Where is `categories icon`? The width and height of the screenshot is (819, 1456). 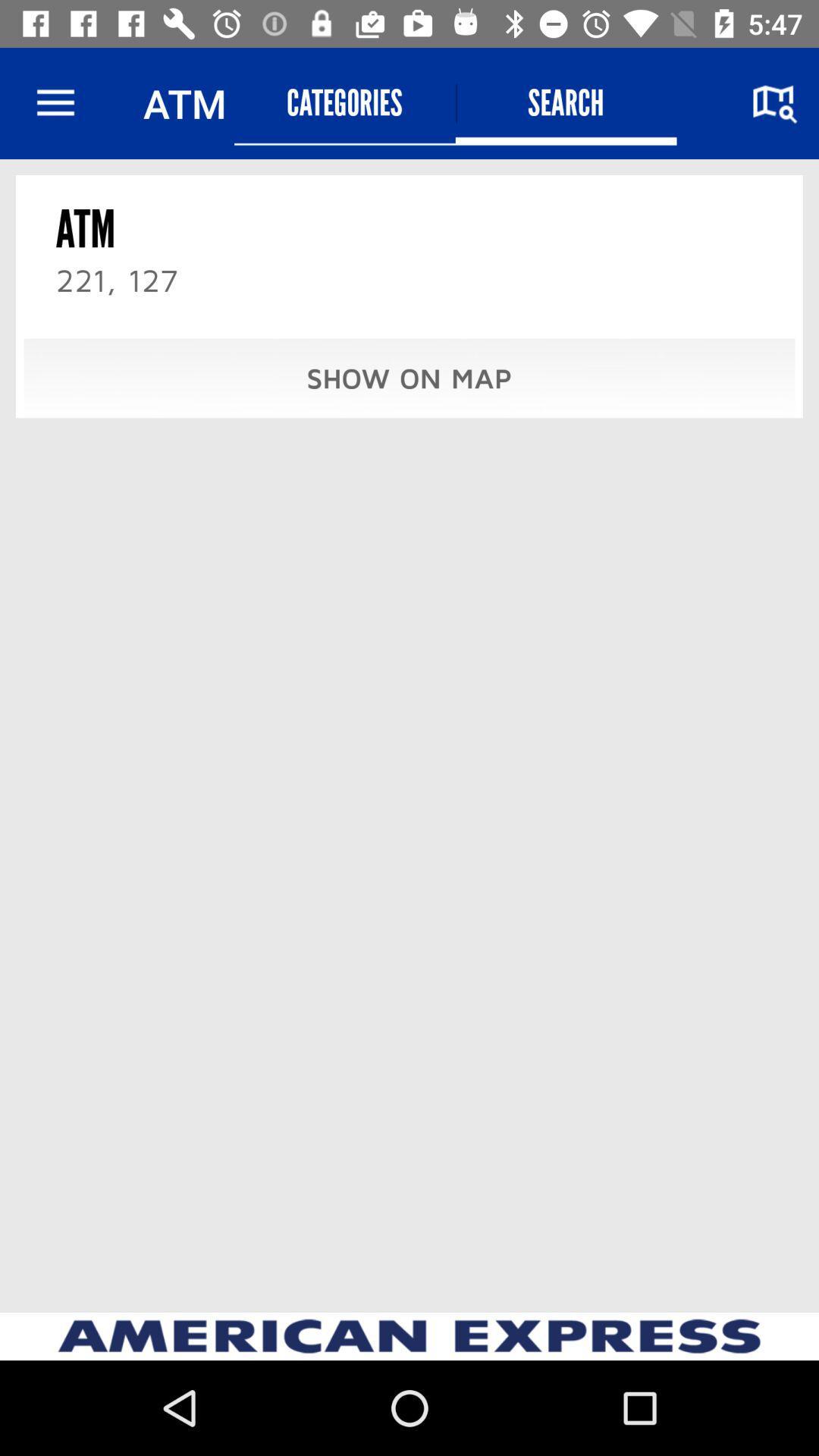 categories icon is located at coordinates (344, 102).